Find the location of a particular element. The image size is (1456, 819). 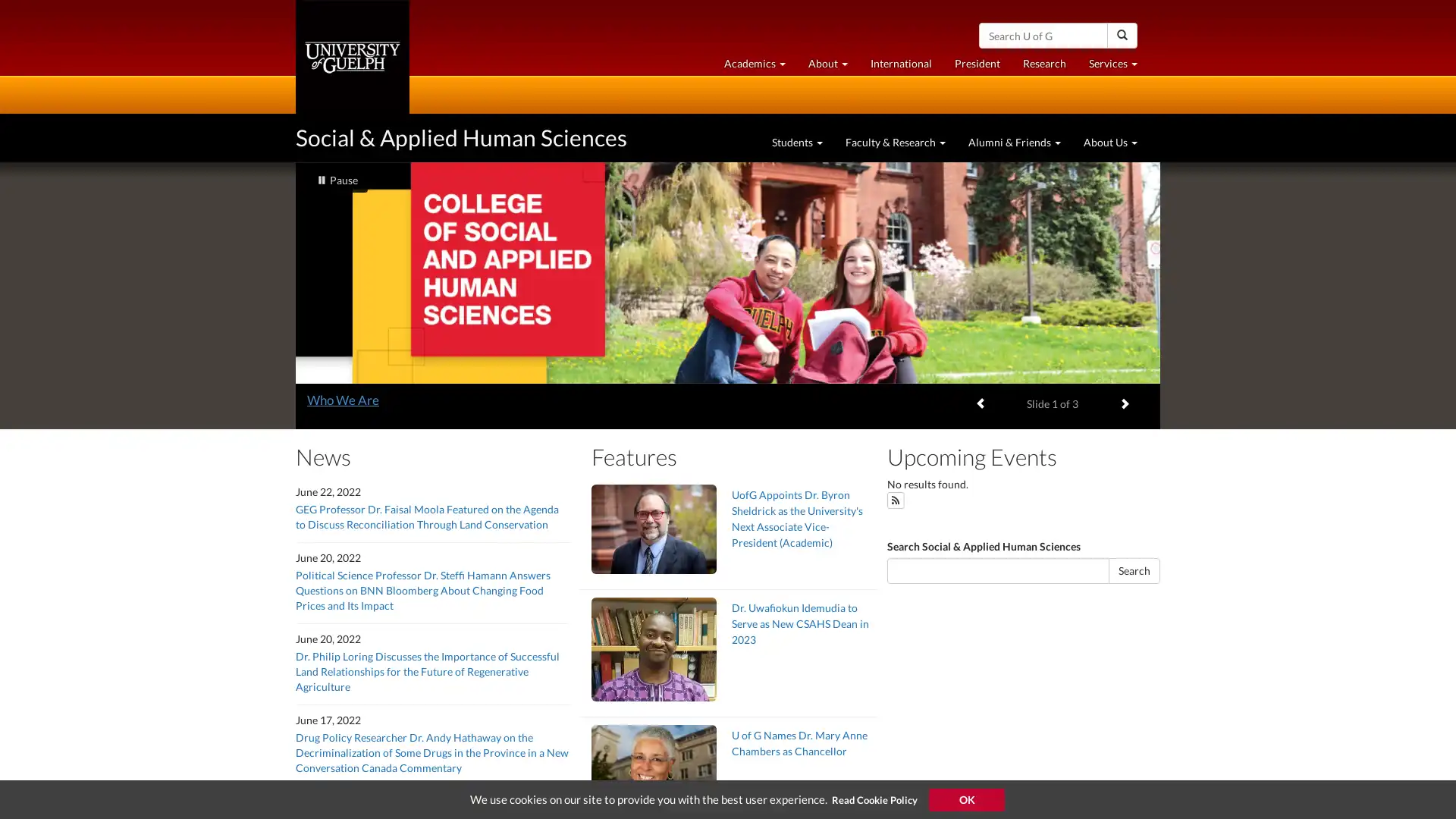

Services at University of Guelph is located at coordinates (1113, 63).